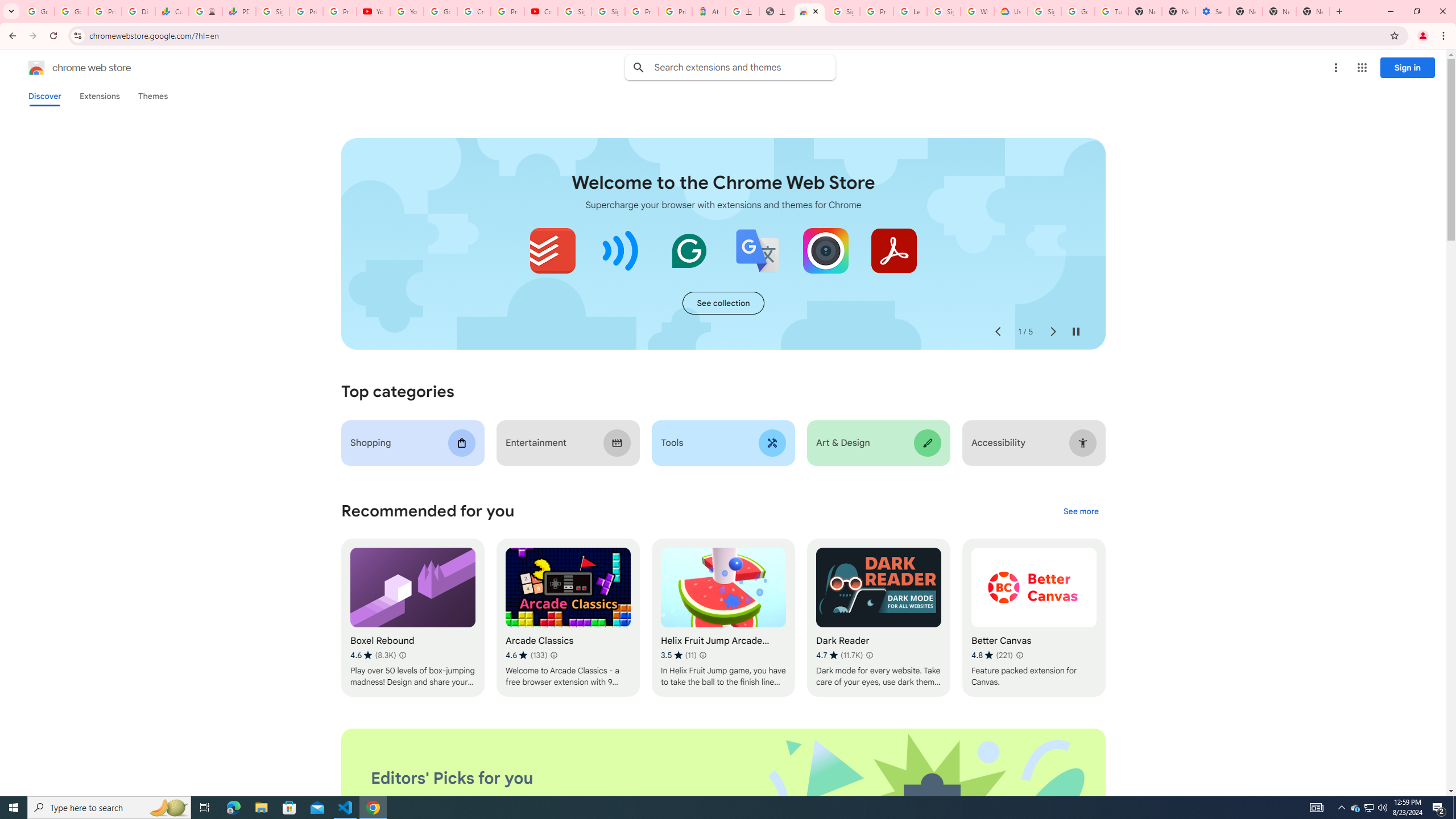 Image resolution: width=1456 pixels, height=819 pixels. I want to click on 'Turn cookies on or off - Computer - Google Account Help', so click(1111, 11).